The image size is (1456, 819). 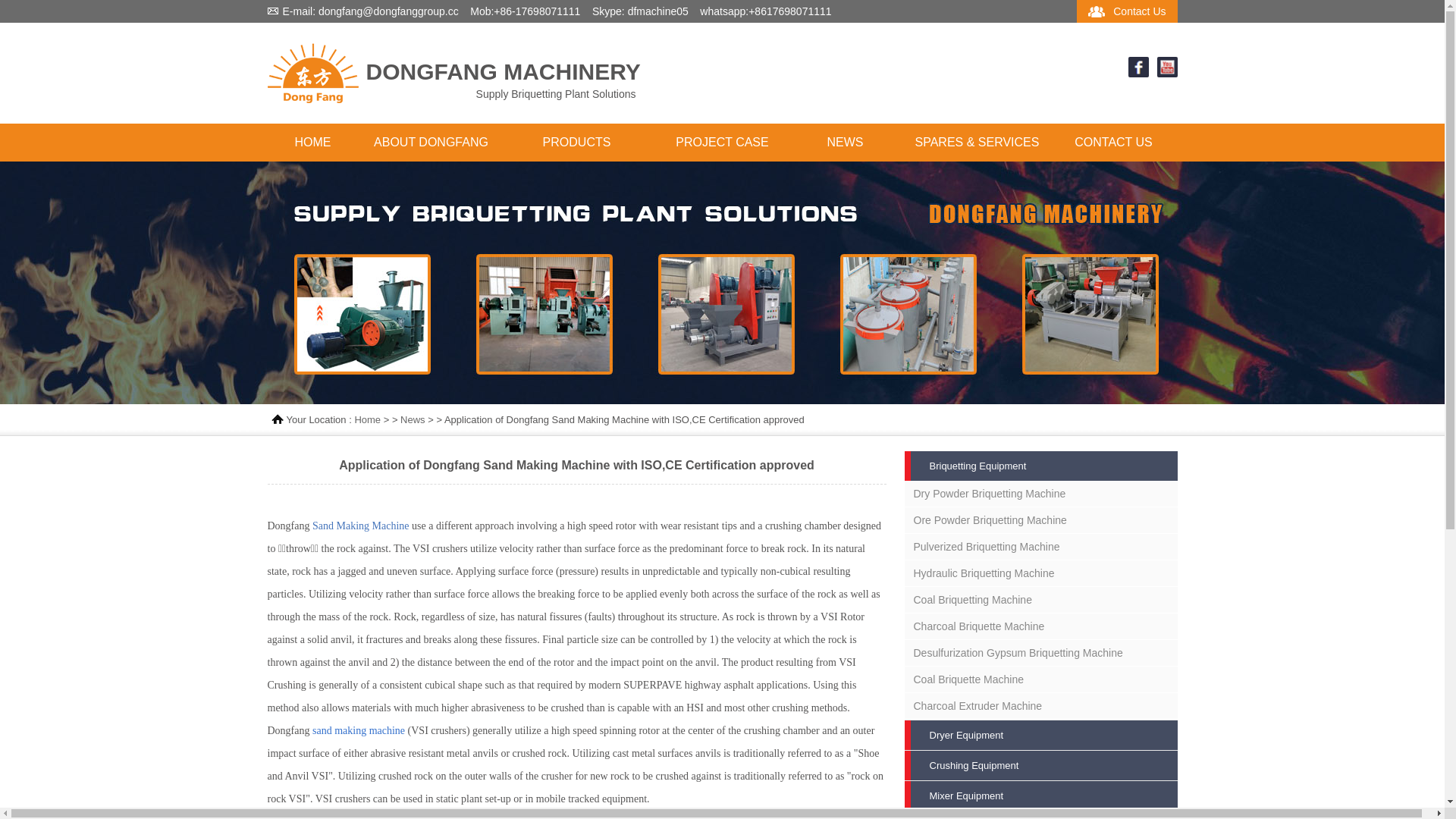 I want to click on 'Contact Us', so click(x=1139, y=11).